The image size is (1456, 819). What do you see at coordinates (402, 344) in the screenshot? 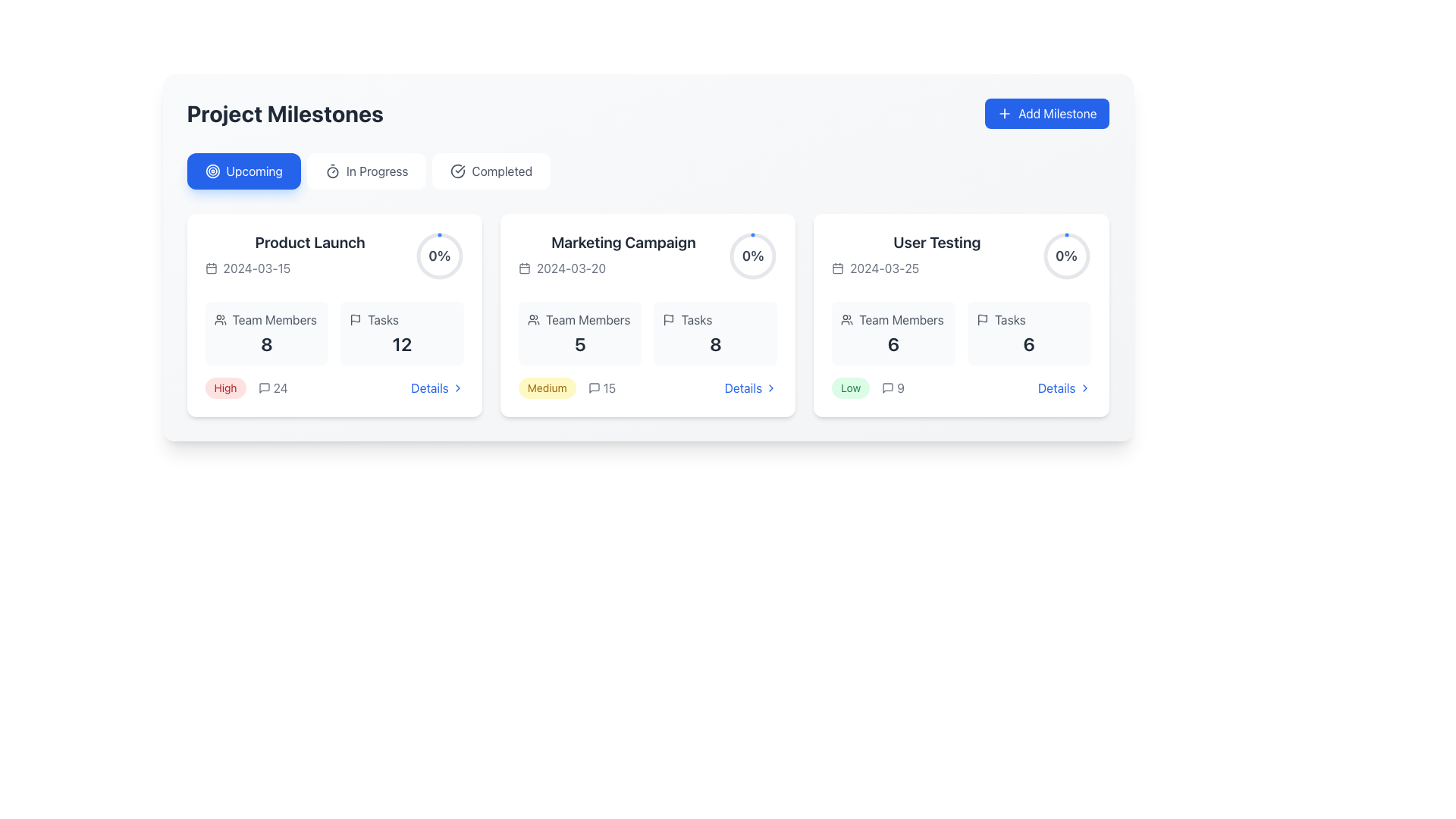
I see `the Text label that shows the count of tasks associated with the 'Product Launch' milestone, located in the 'Tasks' section of the card` at bounding box center [402, 344].